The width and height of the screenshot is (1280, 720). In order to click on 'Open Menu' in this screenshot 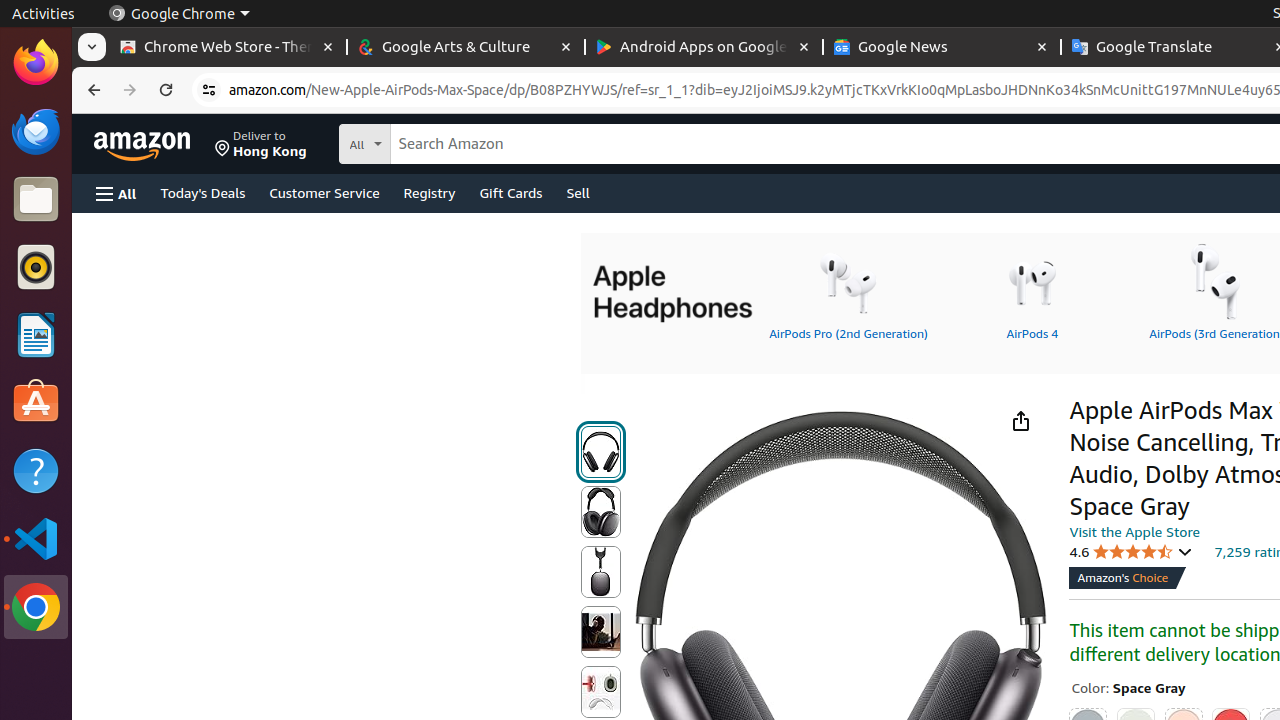, I will do `click(115, 193)`.